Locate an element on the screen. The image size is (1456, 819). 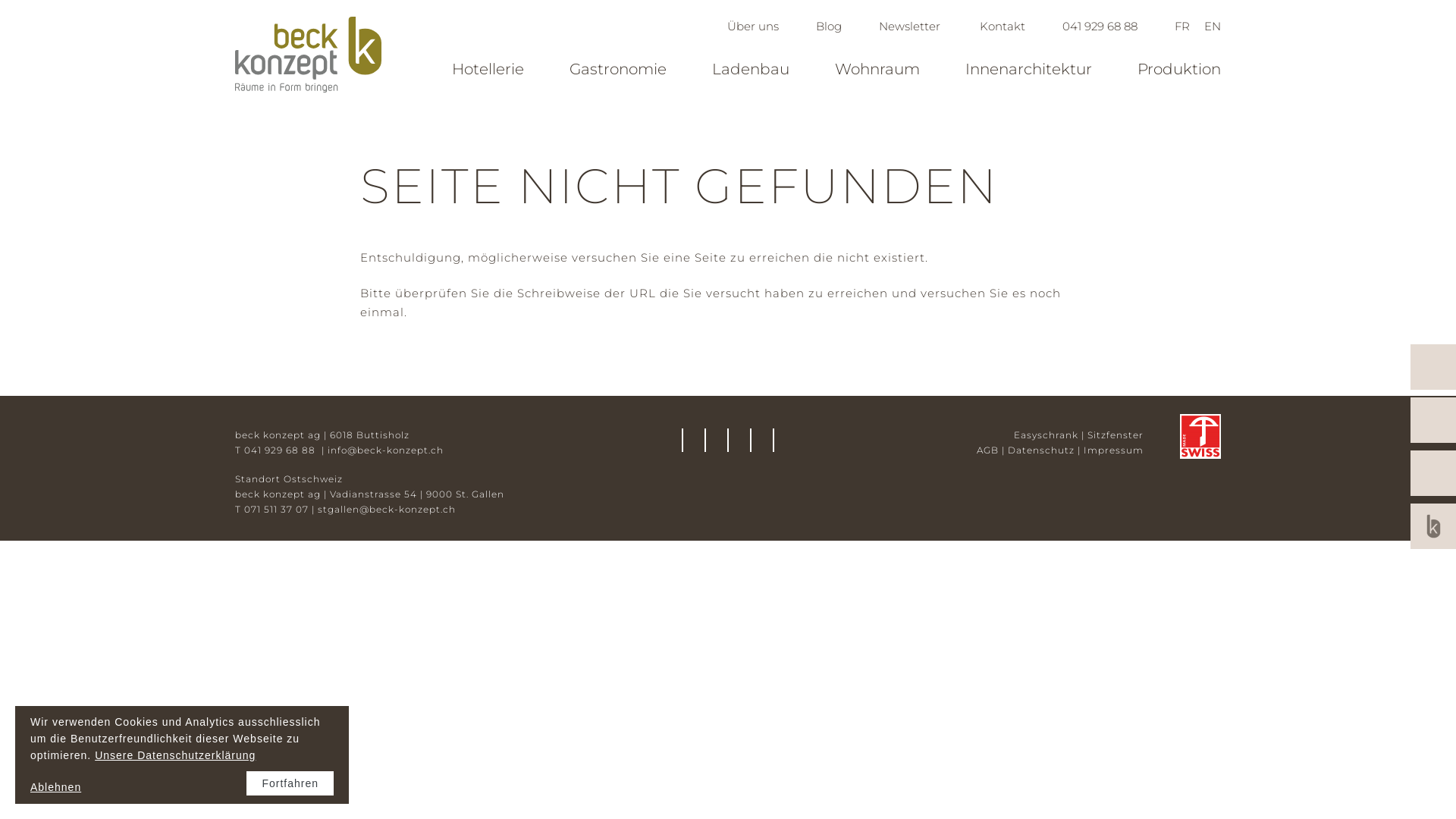
'Newsletter' is located at coordinates (909, 26).